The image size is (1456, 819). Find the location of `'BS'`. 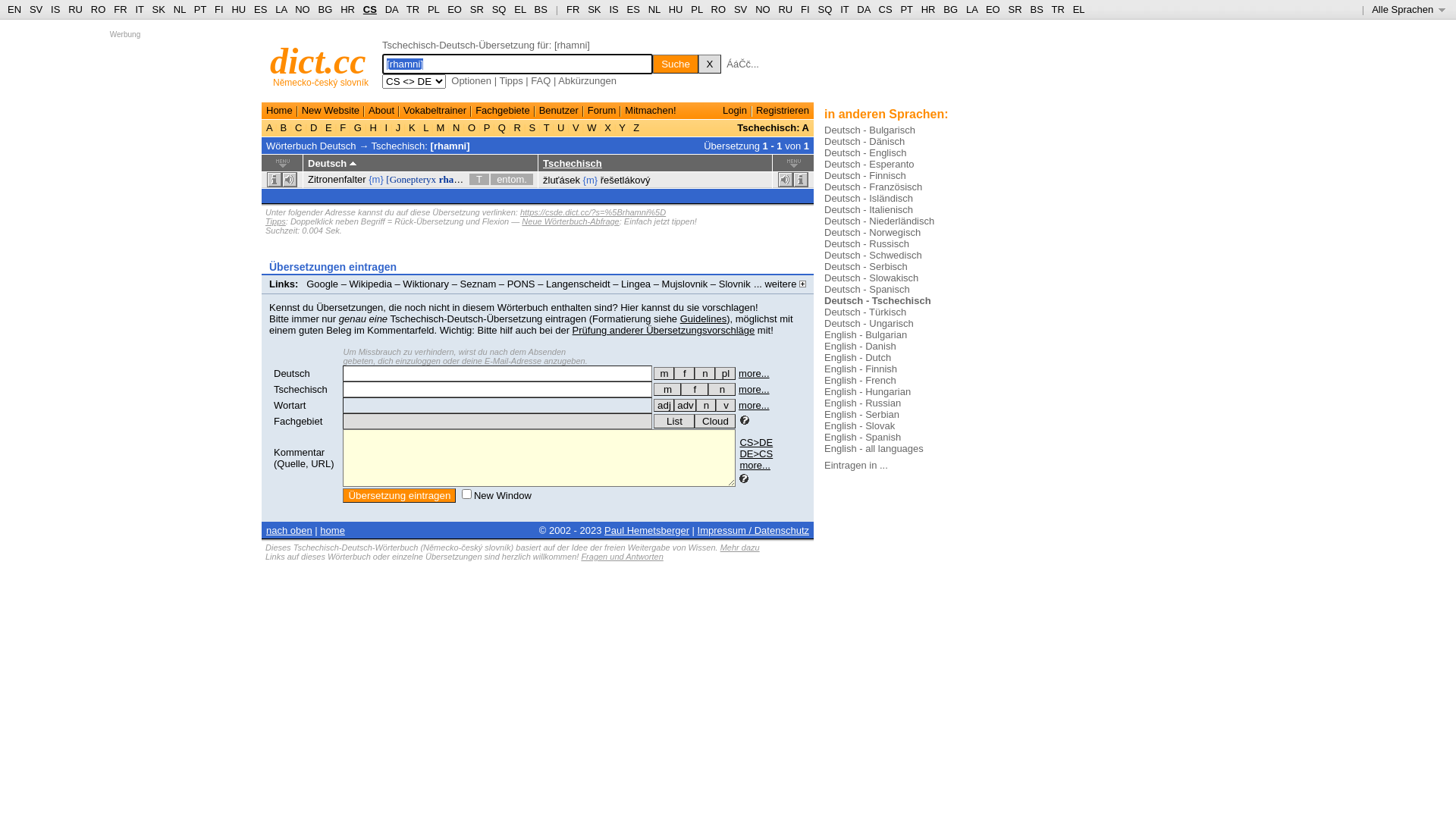

'BS' is located at coordinates (541, 9).